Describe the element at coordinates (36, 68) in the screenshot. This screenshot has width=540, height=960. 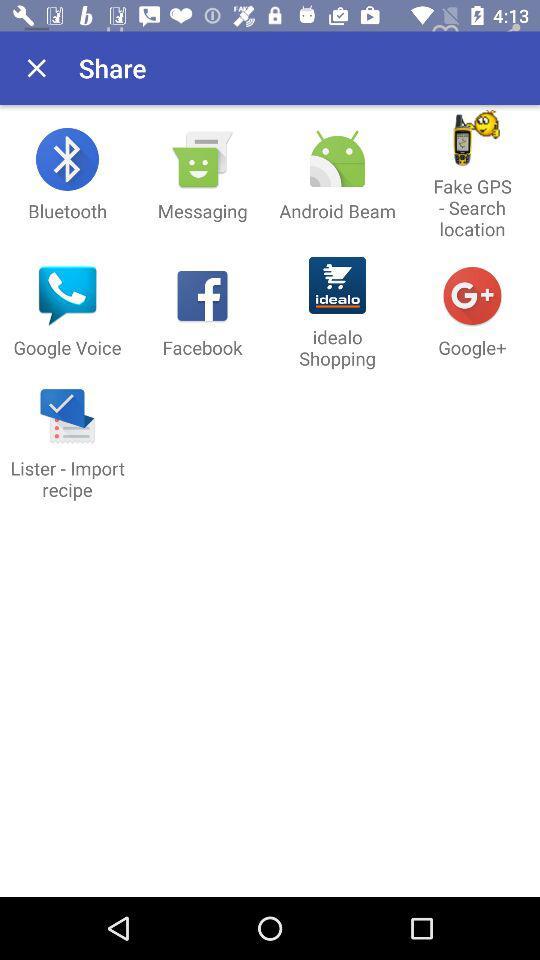
I see `the icon next to the share item` at that location.